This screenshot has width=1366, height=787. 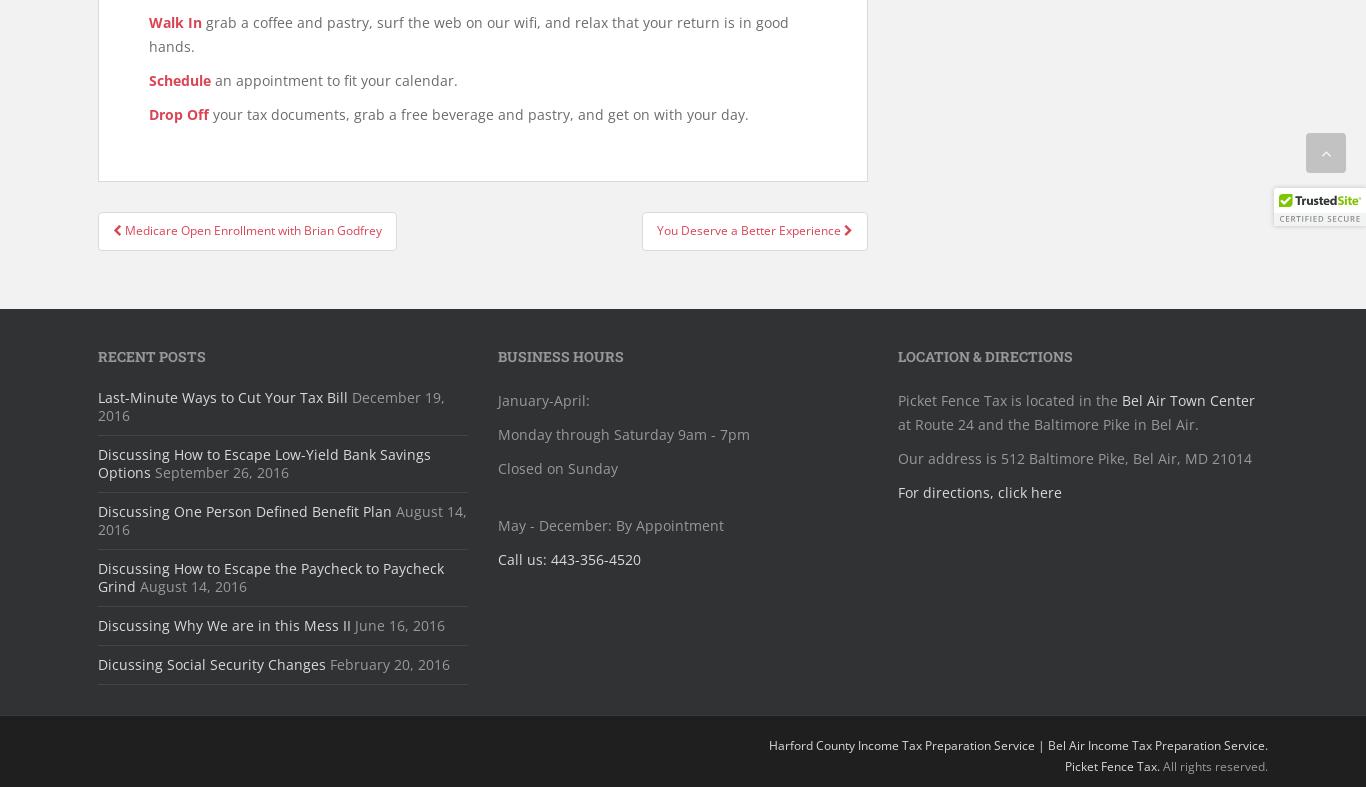 What do you see at coordinates (222, 397) in the screenshot?
I see `'Last-Minute Ways to Cut Your Tax Bill'` at bounding box center [222, 397].